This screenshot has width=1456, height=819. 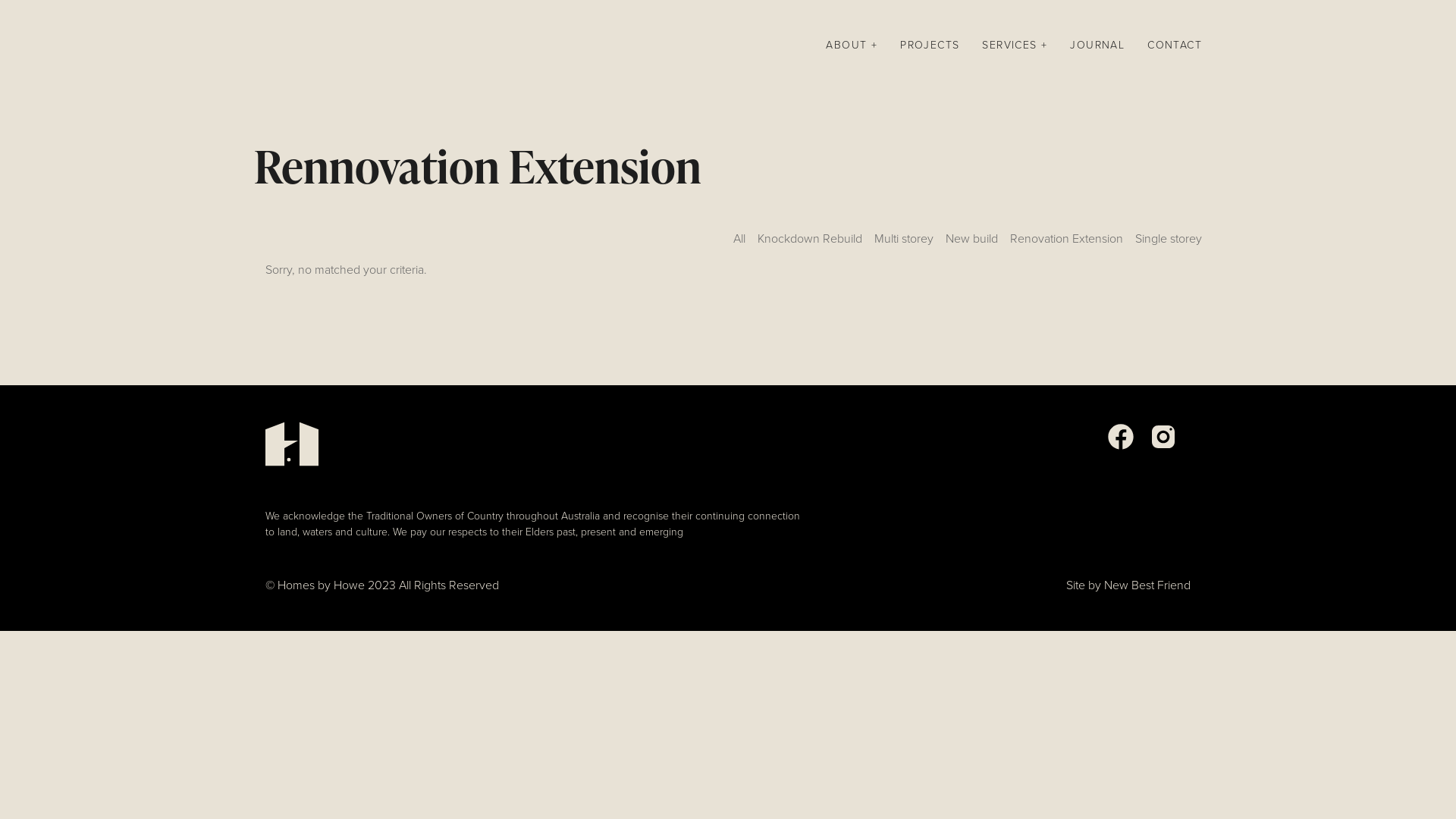 I want to click on 'Home', so click(x=254, y=45).